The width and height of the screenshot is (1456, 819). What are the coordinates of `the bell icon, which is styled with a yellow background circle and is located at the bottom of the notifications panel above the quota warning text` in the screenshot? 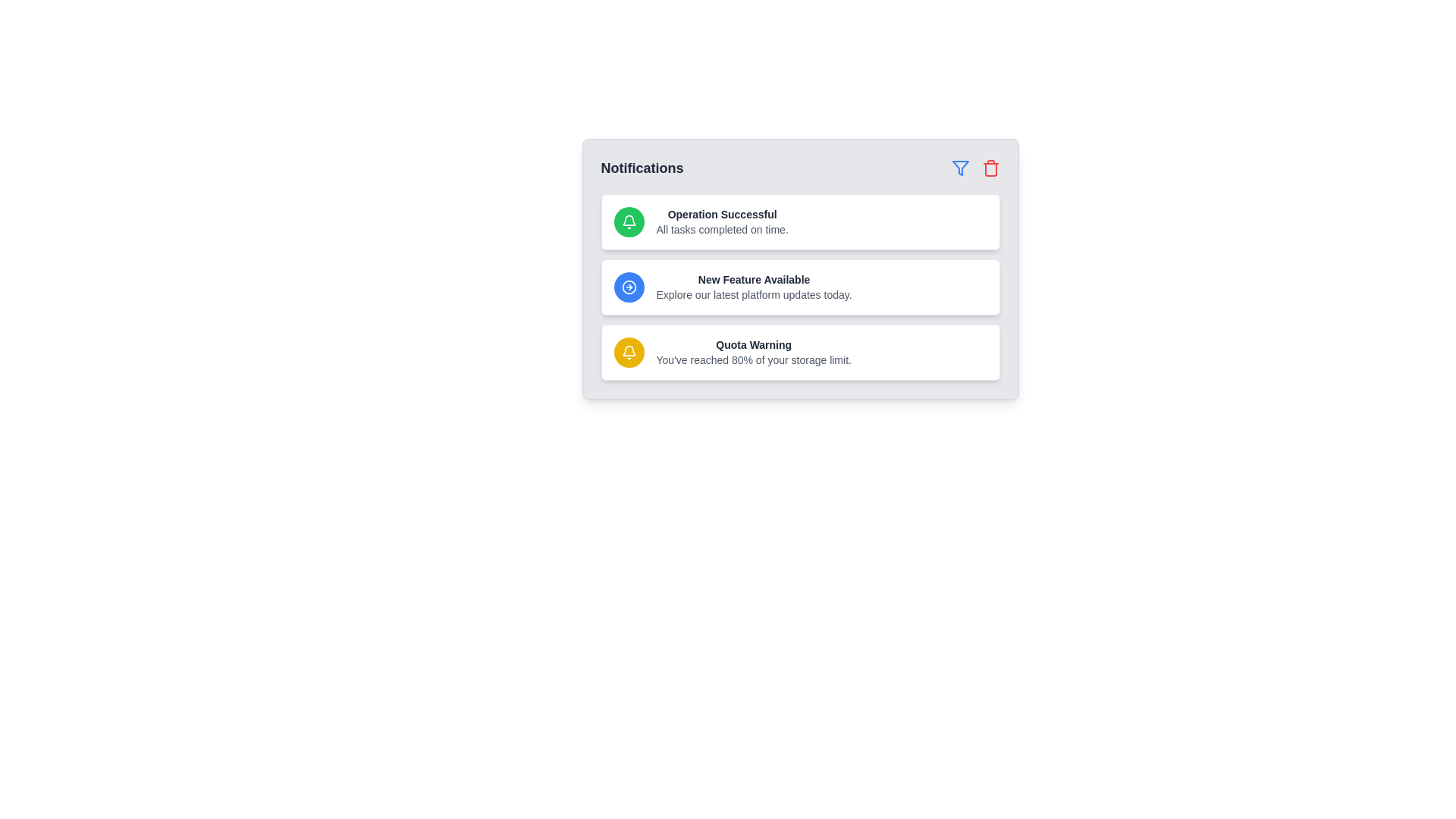 It's located at (629, 353).